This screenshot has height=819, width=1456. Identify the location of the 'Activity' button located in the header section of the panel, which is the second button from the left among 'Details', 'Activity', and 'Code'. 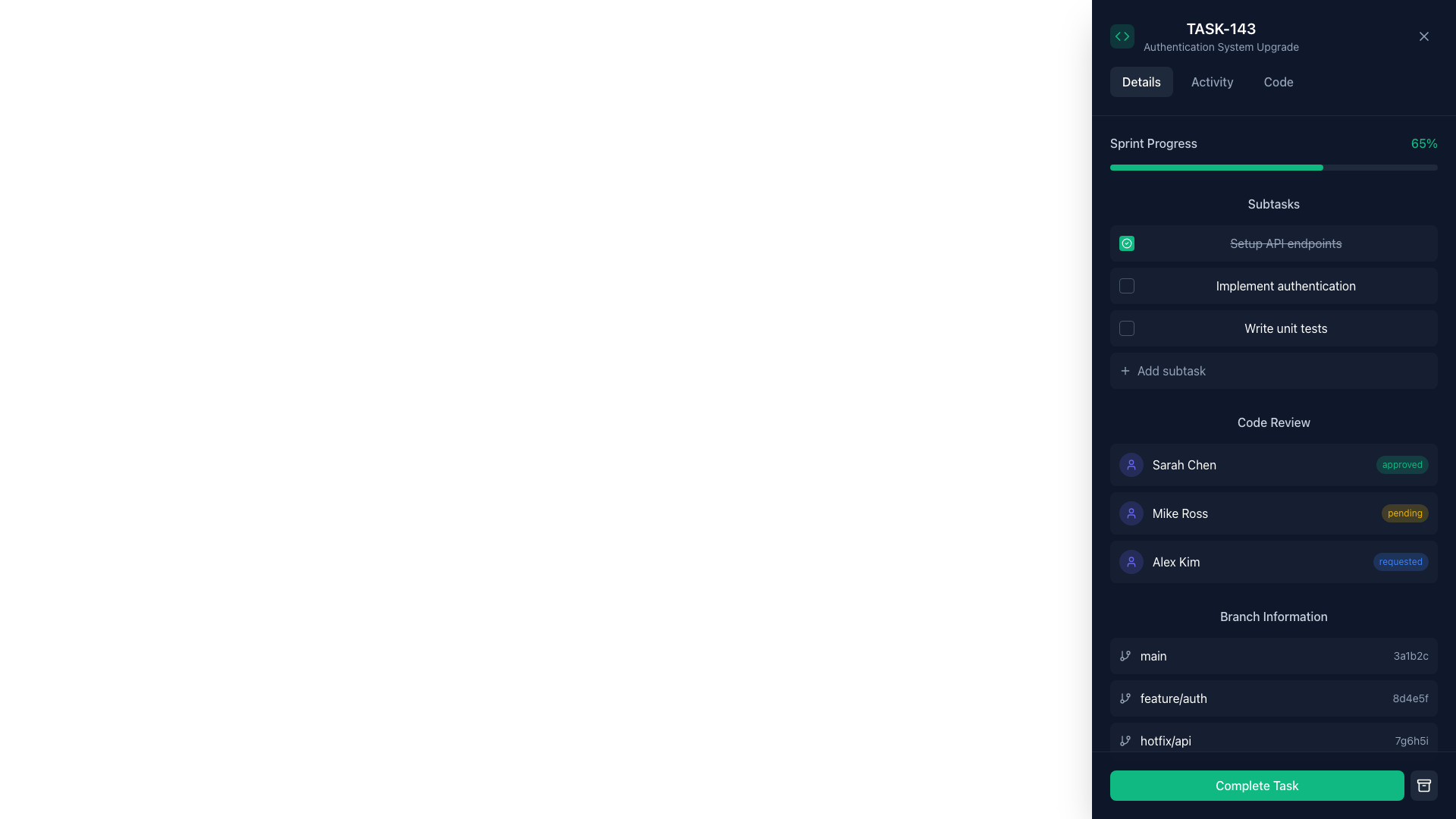
(1211, 82).